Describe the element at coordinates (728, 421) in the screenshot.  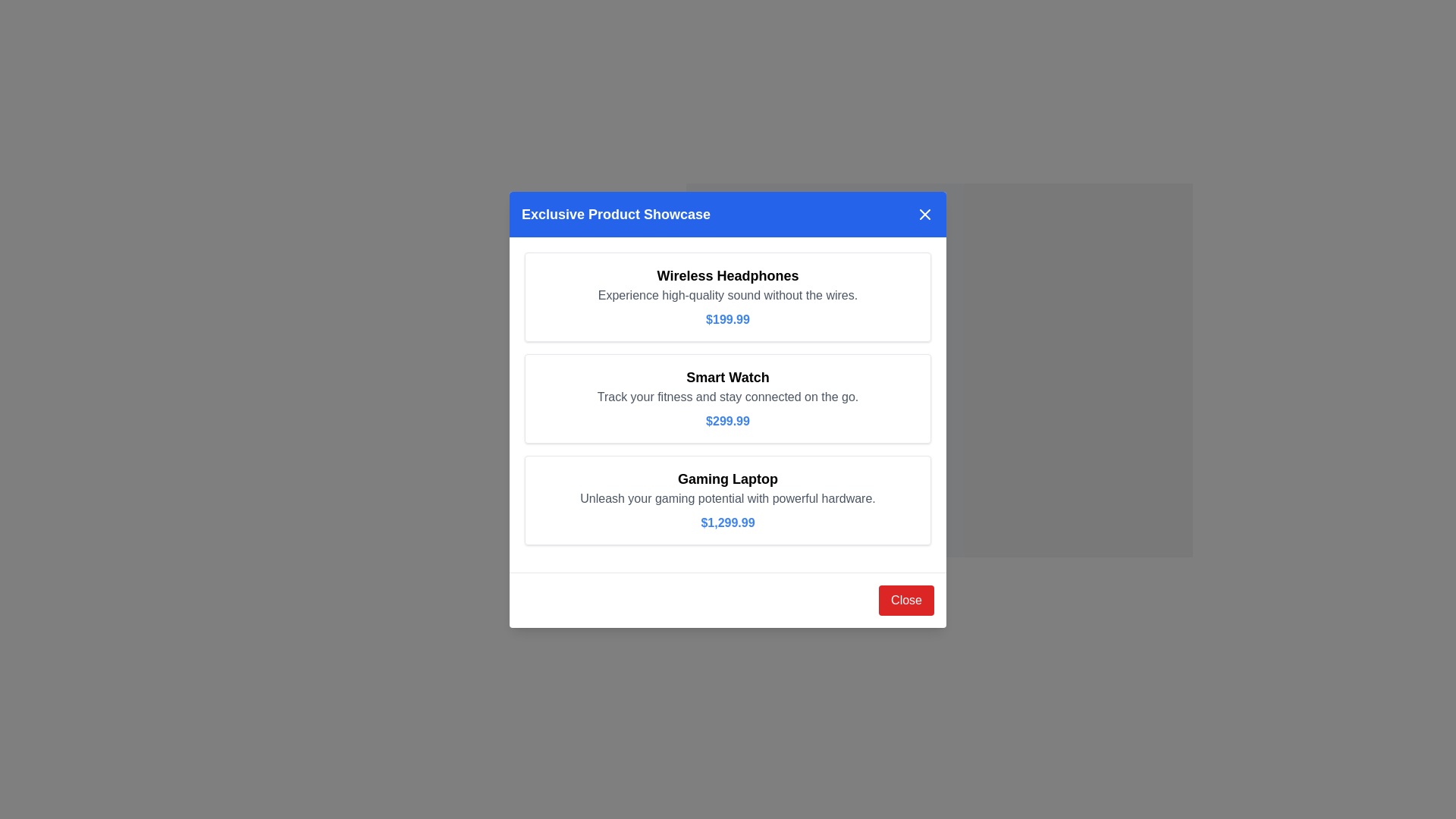
I see `price displayed in the Text label located below the product's description in the Smart Watch item section` at that location.